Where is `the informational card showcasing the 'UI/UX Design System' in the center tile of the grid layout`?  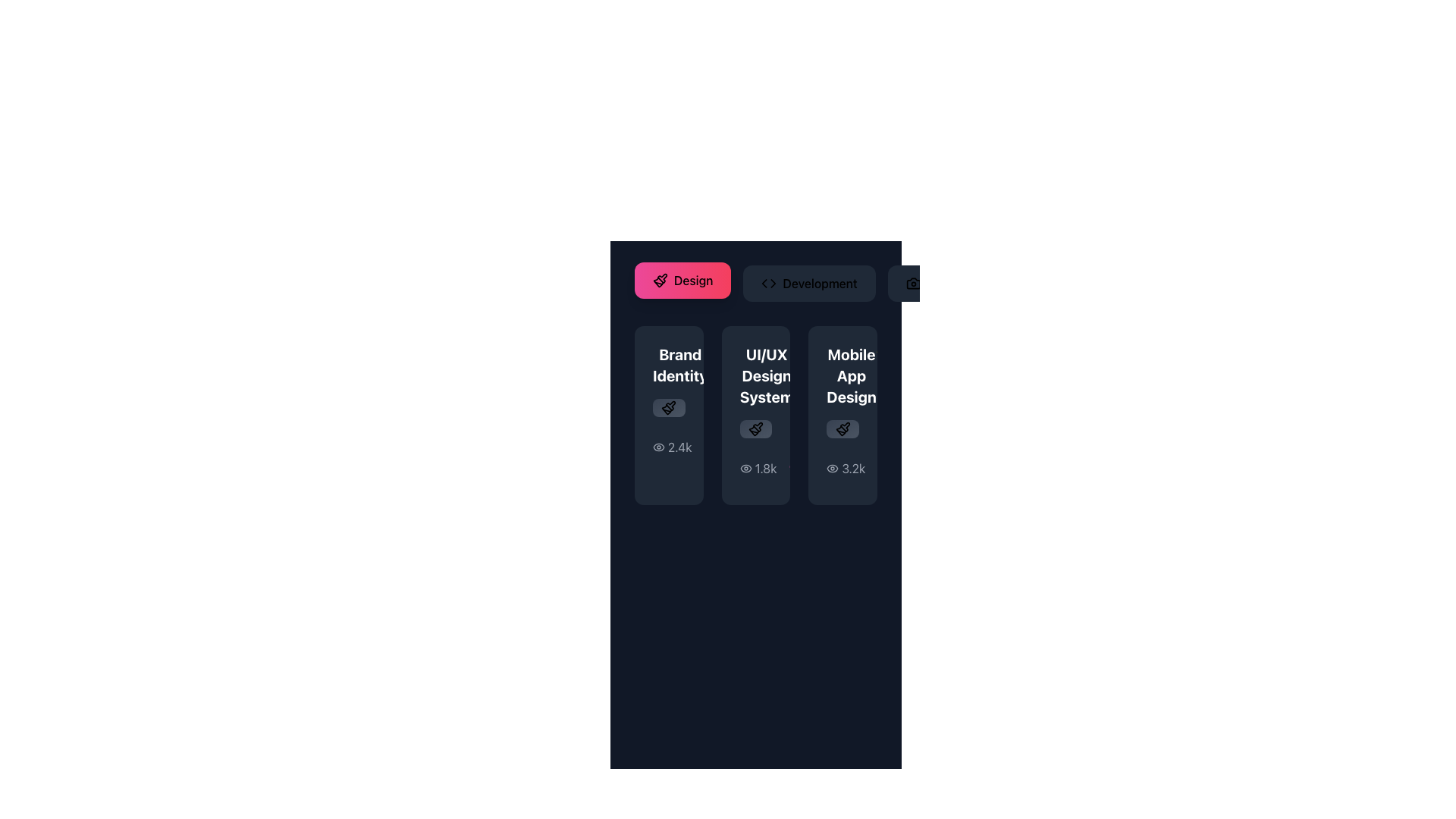
the informational card showcasing the 'UI/UX Design System' in the center tile of the grid layout is located at coordinates (756, 415).